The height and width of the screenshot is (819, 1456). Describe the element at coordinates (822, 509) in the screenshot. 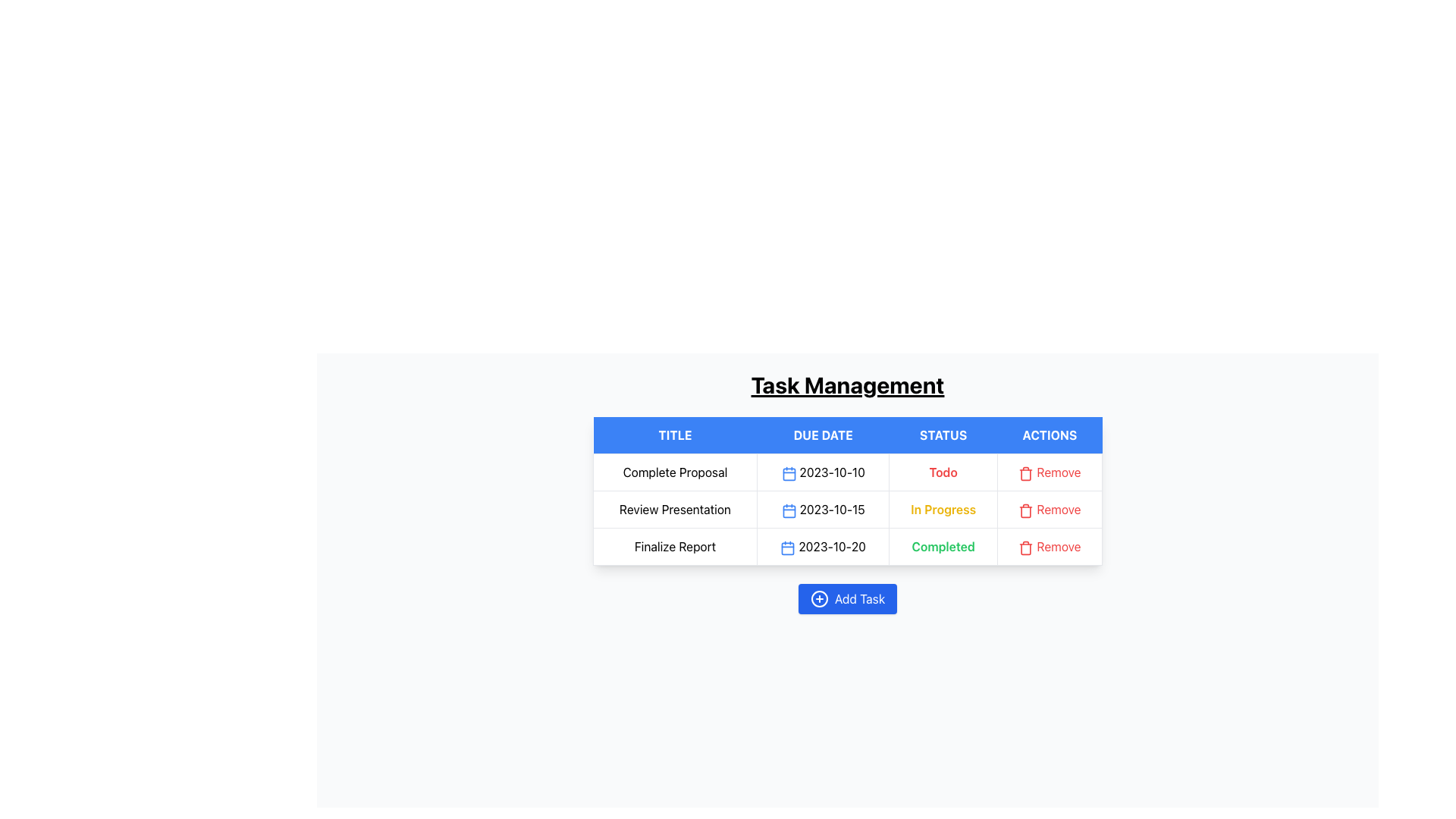

I see `the Label displaying the due date of the task, located in the second column of the second row in the table under the header 'DUE DATE'` at that location.